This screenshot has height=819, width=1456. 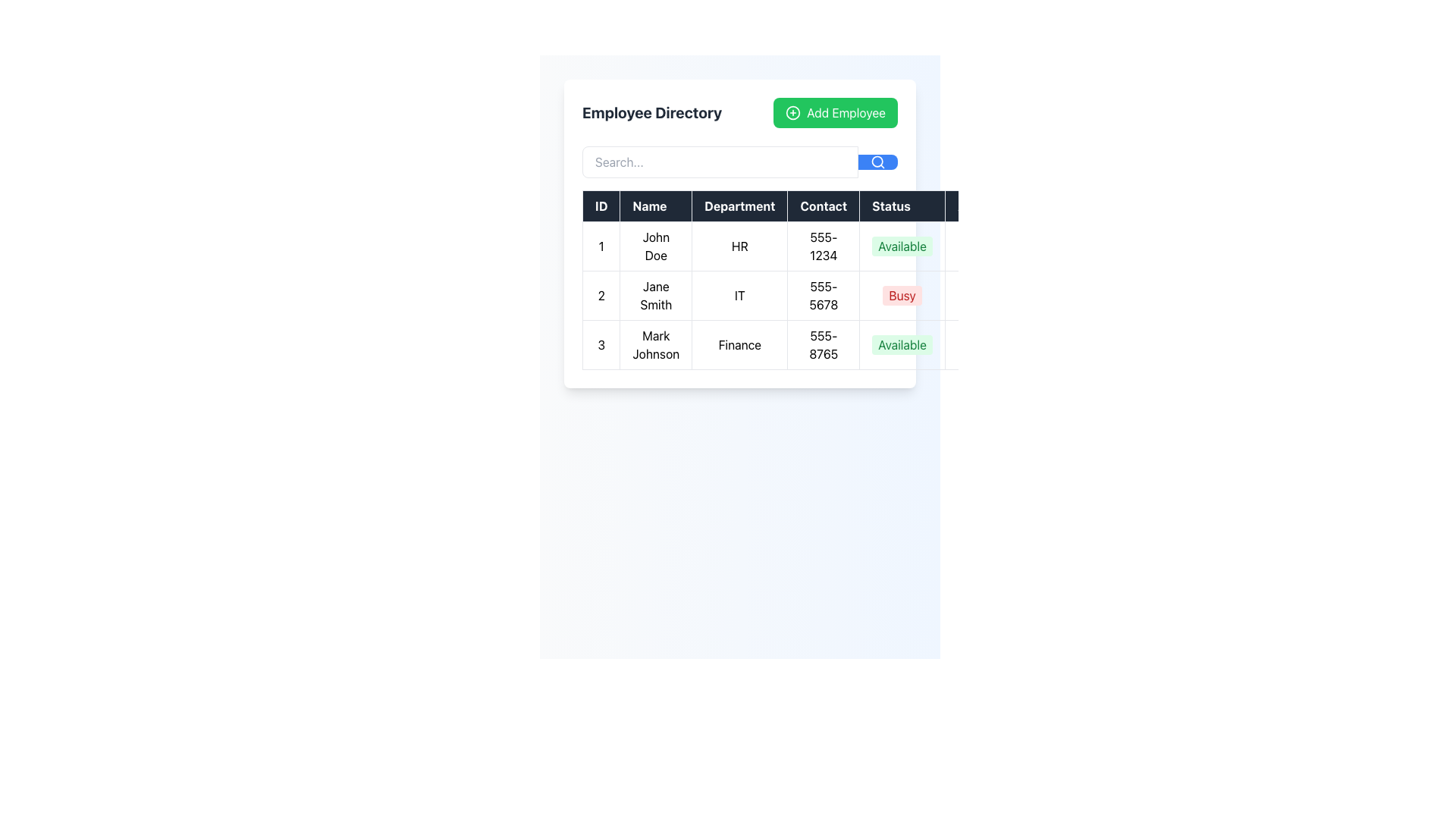 I want to click on the Table Header labeled 'Status', which has a dark background and white bold text, positioned between 'Contact' and 'Actions' in the Employee Directory table, so click(x=902, y=206).